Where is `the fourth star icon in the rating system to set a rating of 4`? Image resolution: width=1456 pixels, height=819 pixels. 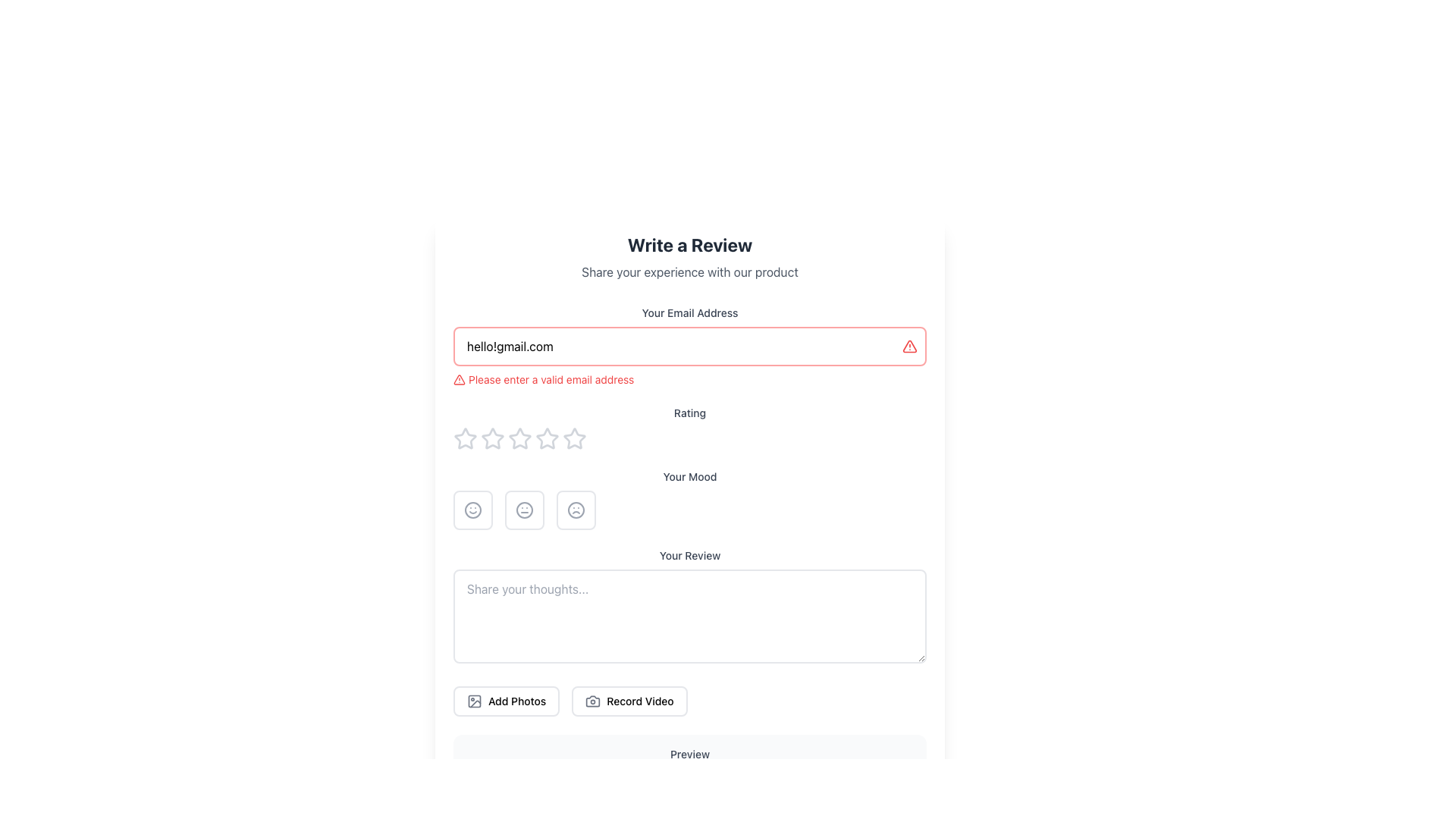 the fourth star icon in the rating system to set a rating of 4 is located at coordinates (546, 438).